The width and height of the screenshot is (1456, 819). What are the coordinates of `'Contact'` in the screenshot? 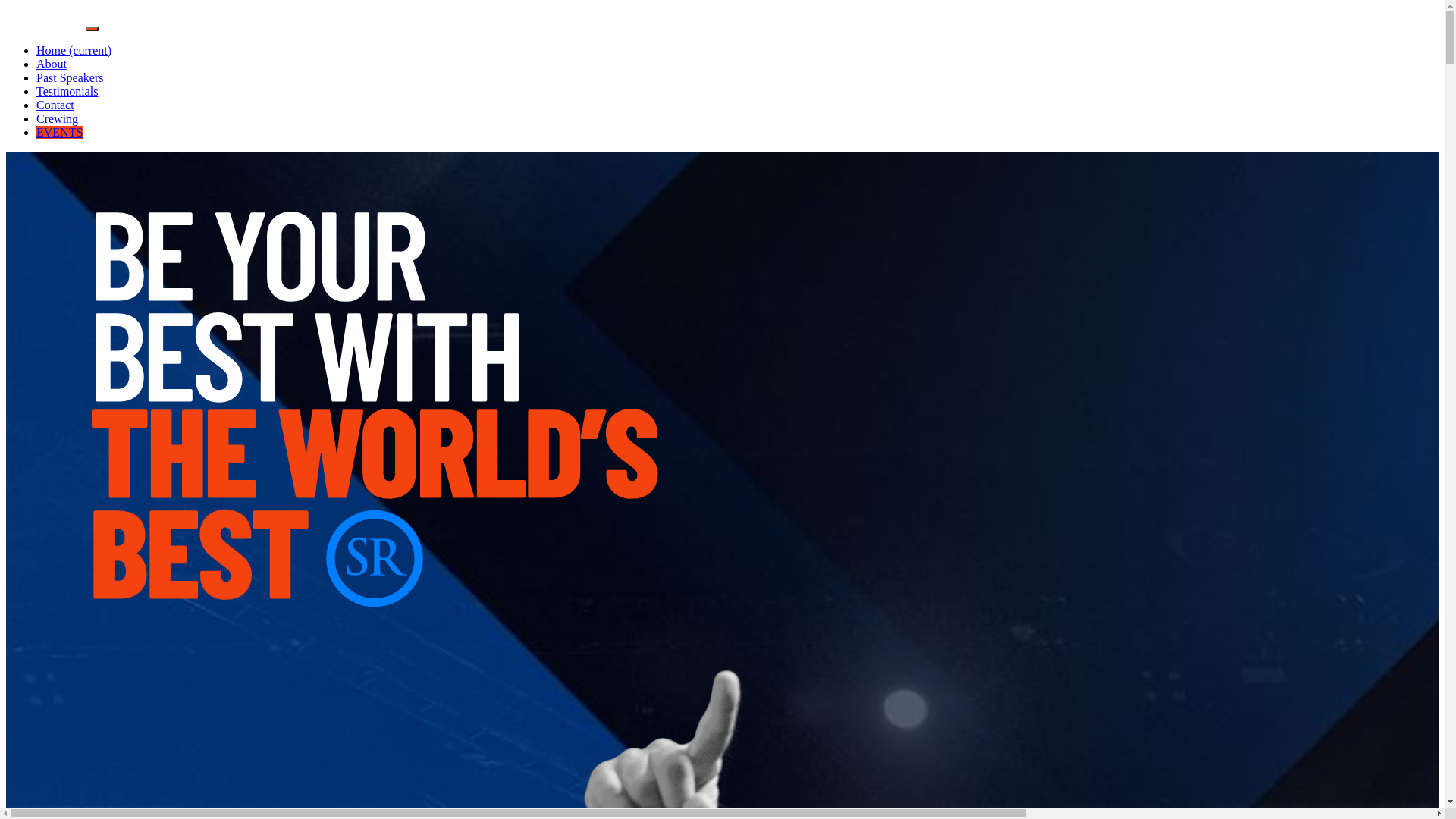 It's located at (55, 104).